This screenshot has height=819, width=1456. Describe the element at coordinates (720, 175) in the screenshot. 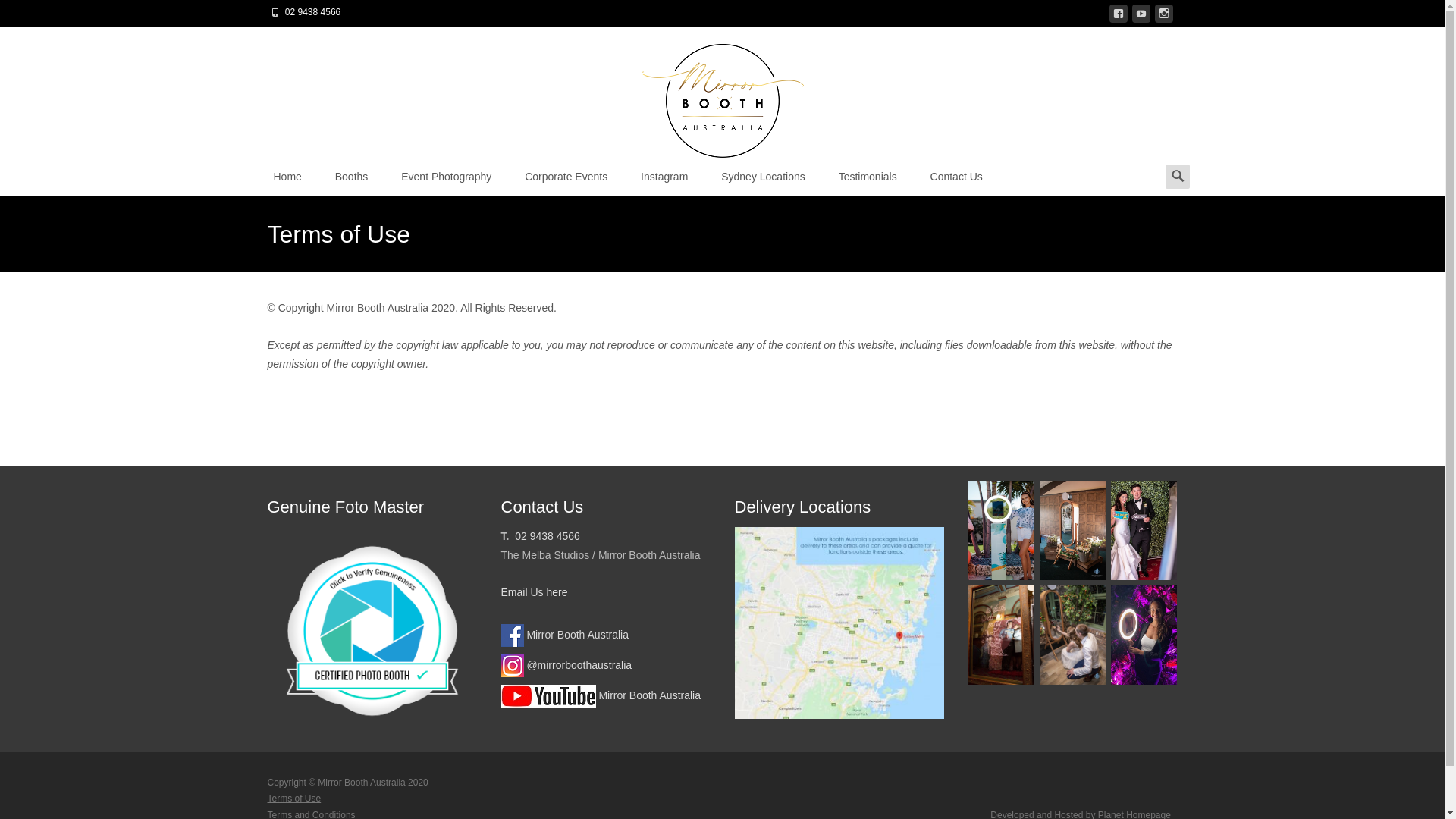

I see `'Sydney Locations'` at that location.